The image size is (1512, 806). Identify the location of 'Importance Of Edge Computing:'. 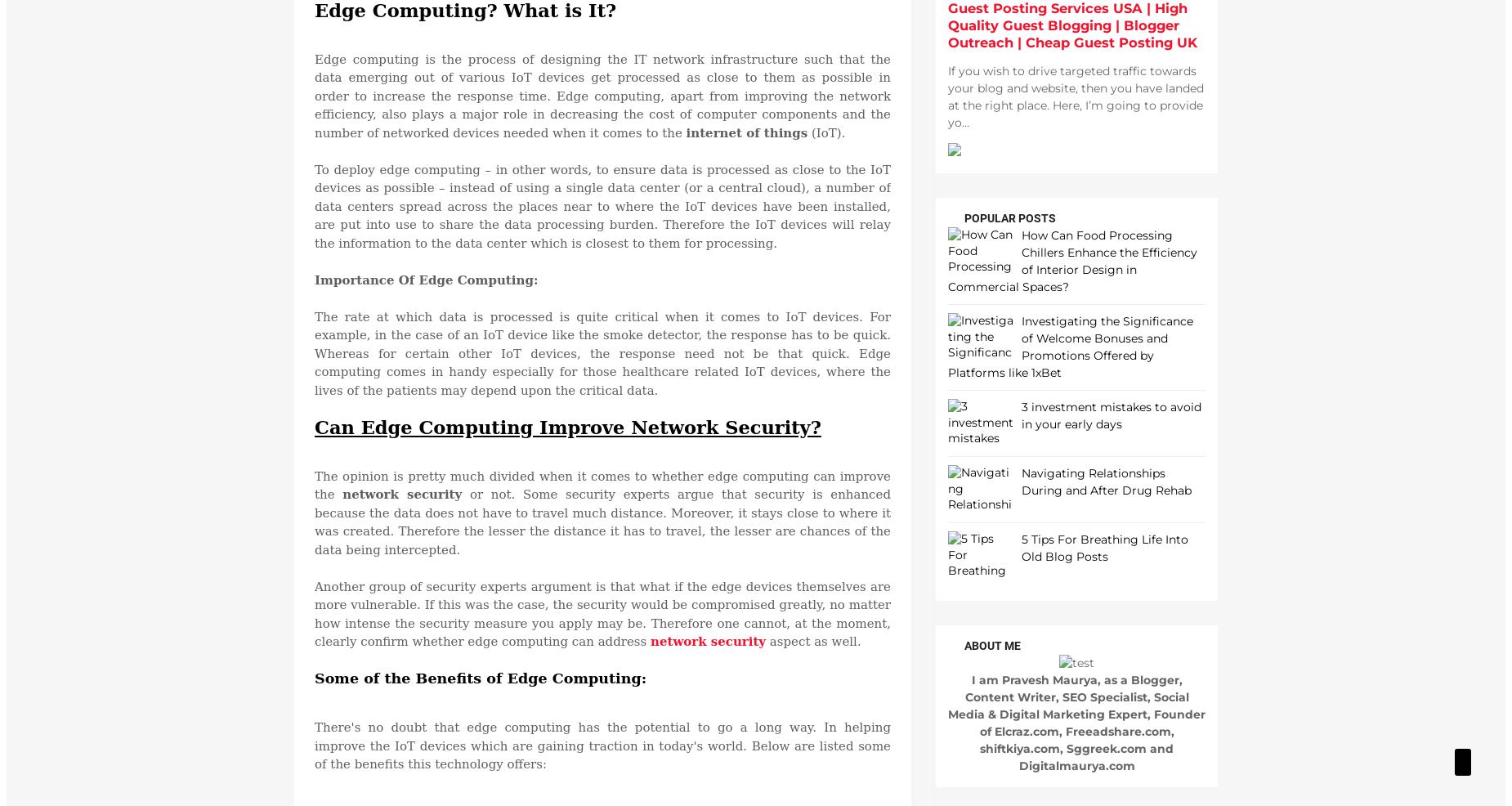
(313, 279).